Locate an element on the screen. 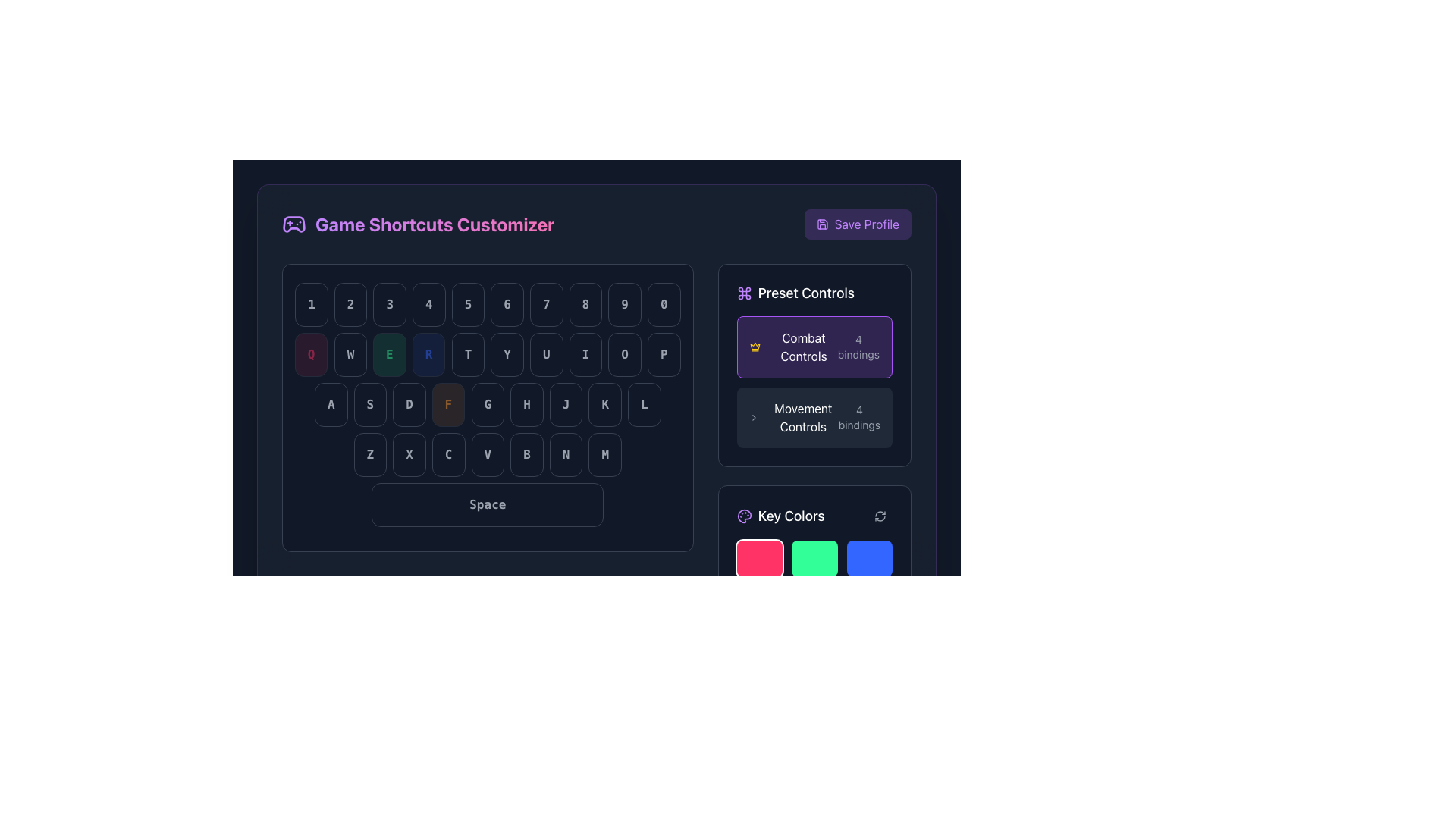 The height and width of the screenshot is (819, 1456). the rounded rectangular button with a semi-transparent pink background and bold text 'Q' at the top and 'Ultimate Ability' below it to assign the key is located at coordinates (310, 354).